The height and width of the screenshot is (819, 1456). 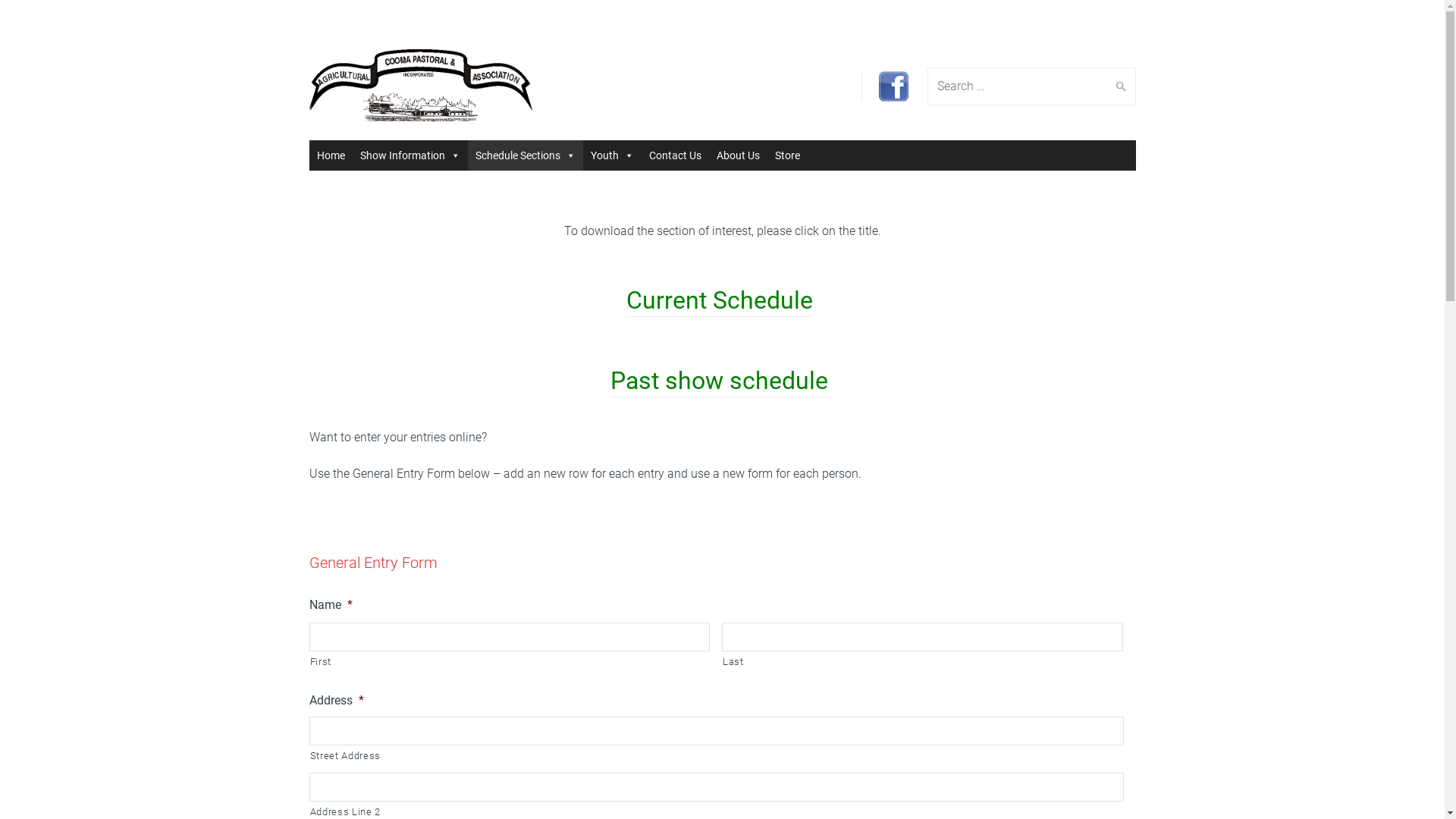 I want to click on 'Show Information', so click(x=409, y=155).